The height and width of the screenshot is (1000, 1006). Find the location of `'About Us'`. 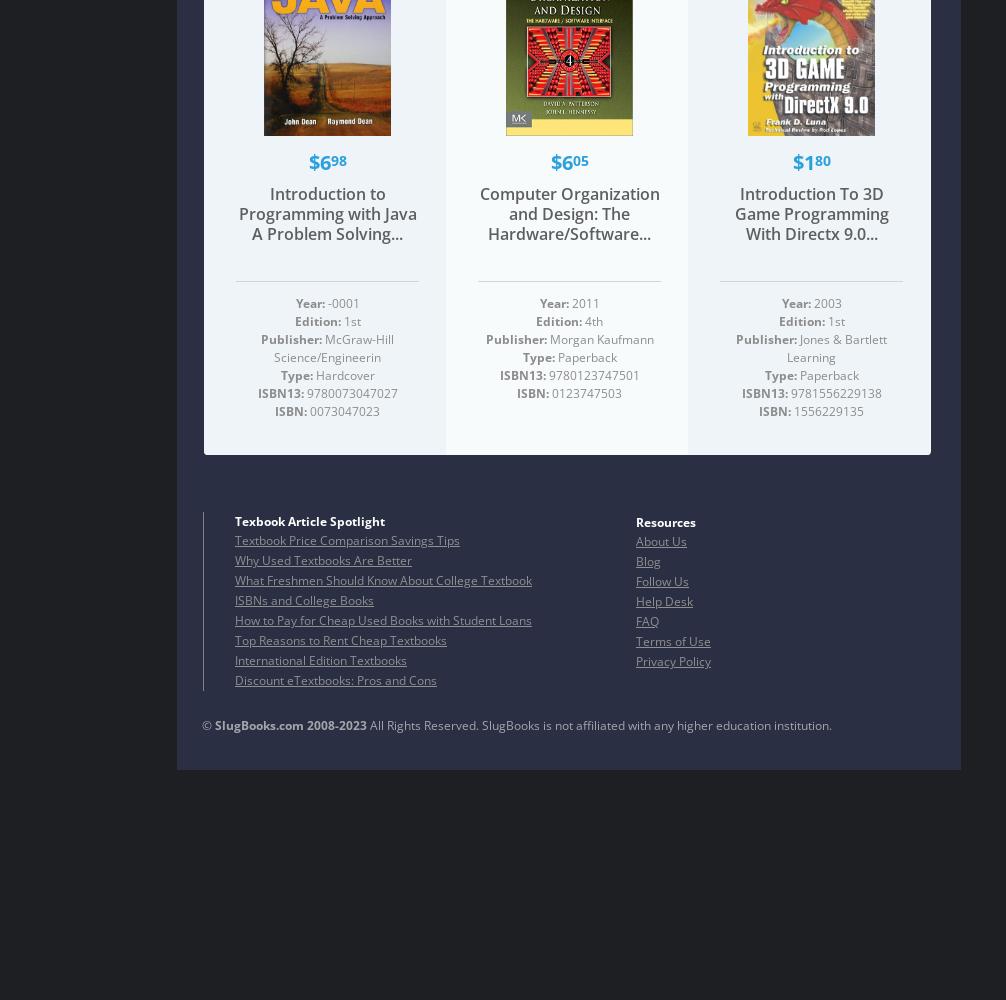

'About Us' is located at coordinates (661, 541).